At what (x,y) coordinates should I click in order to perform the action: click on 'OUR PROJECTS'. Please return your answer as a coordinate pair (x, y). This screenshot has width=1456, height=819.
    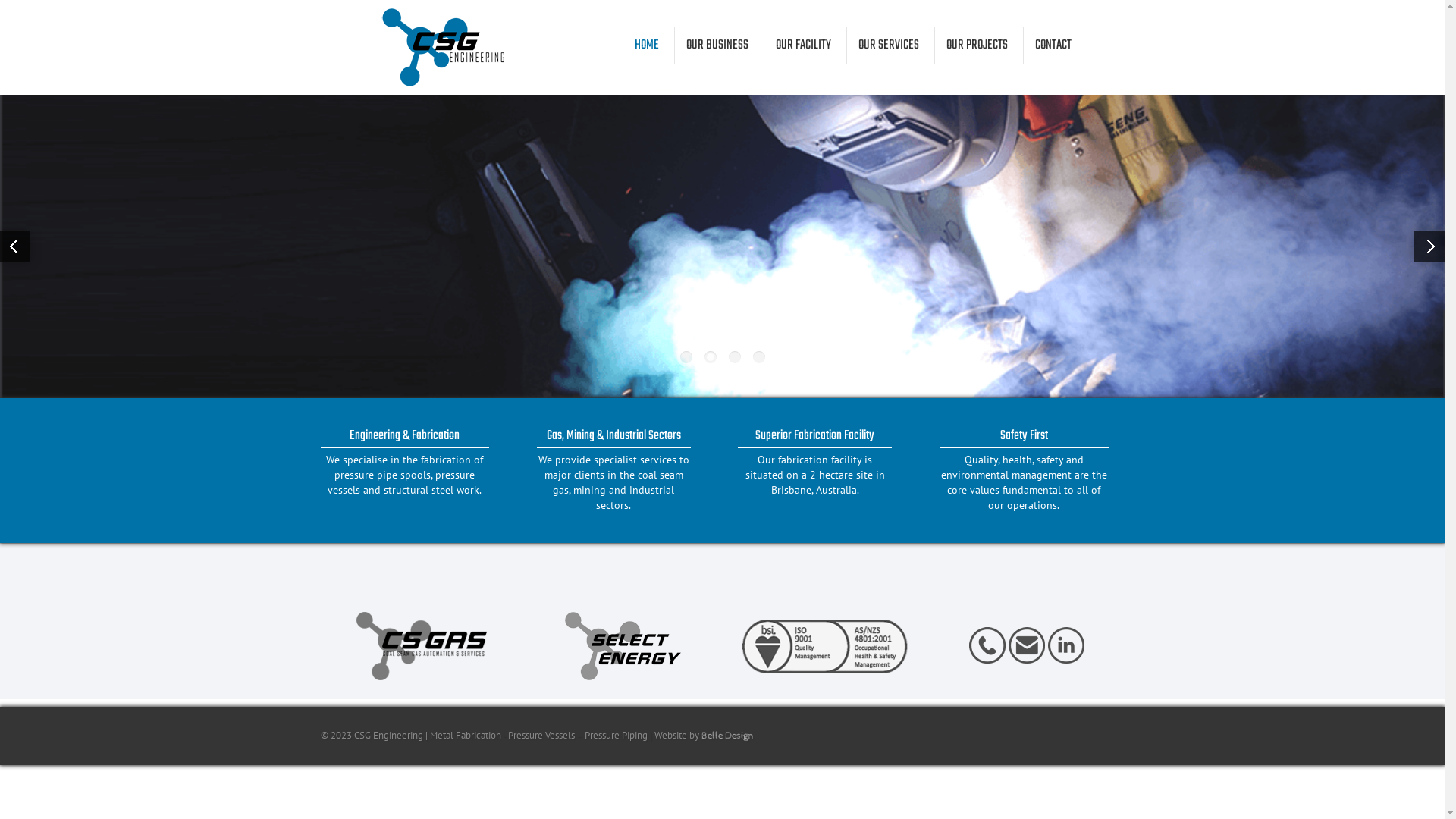
    Looking at the image, I should click on (977, 45).